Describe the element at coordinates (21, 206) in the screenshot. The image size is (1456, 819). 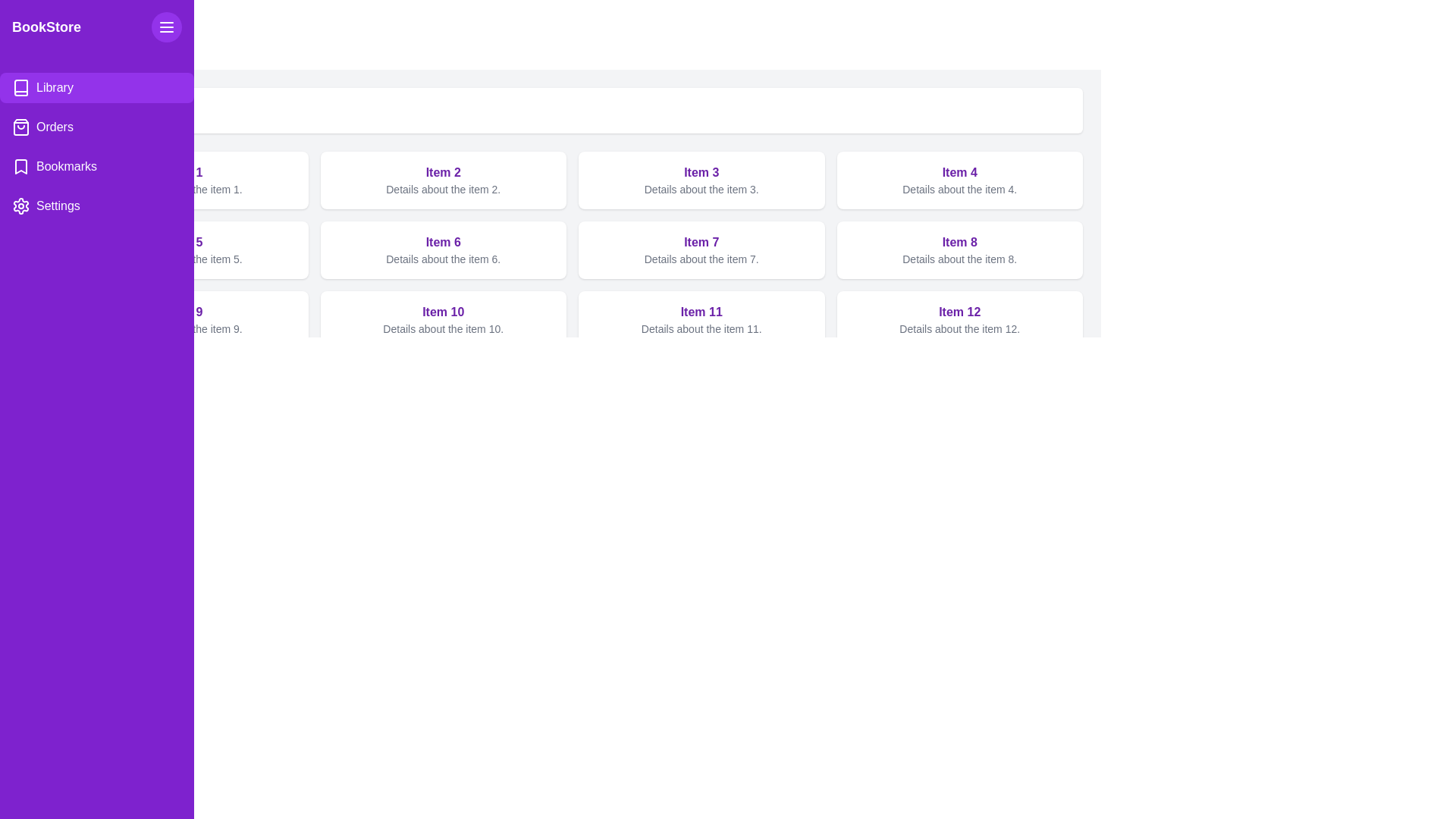
I see `the 'Settings' icon located in the left-hand sidebar, which visually represents the 'Settings' option` at that location.